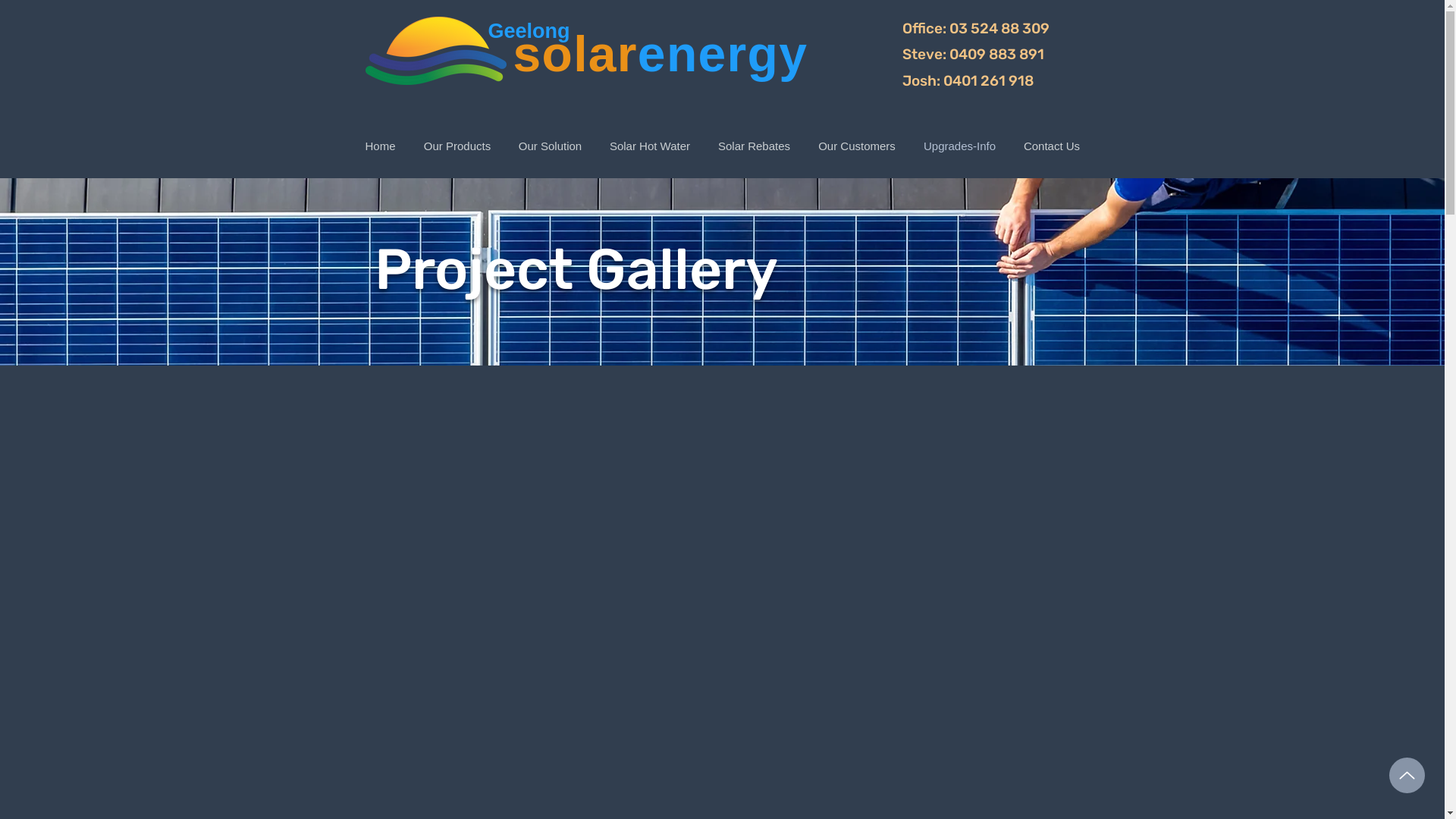  Describe the element at coordinates (856, 146) in the screenshot. I see `'Our Customers'` at that location.